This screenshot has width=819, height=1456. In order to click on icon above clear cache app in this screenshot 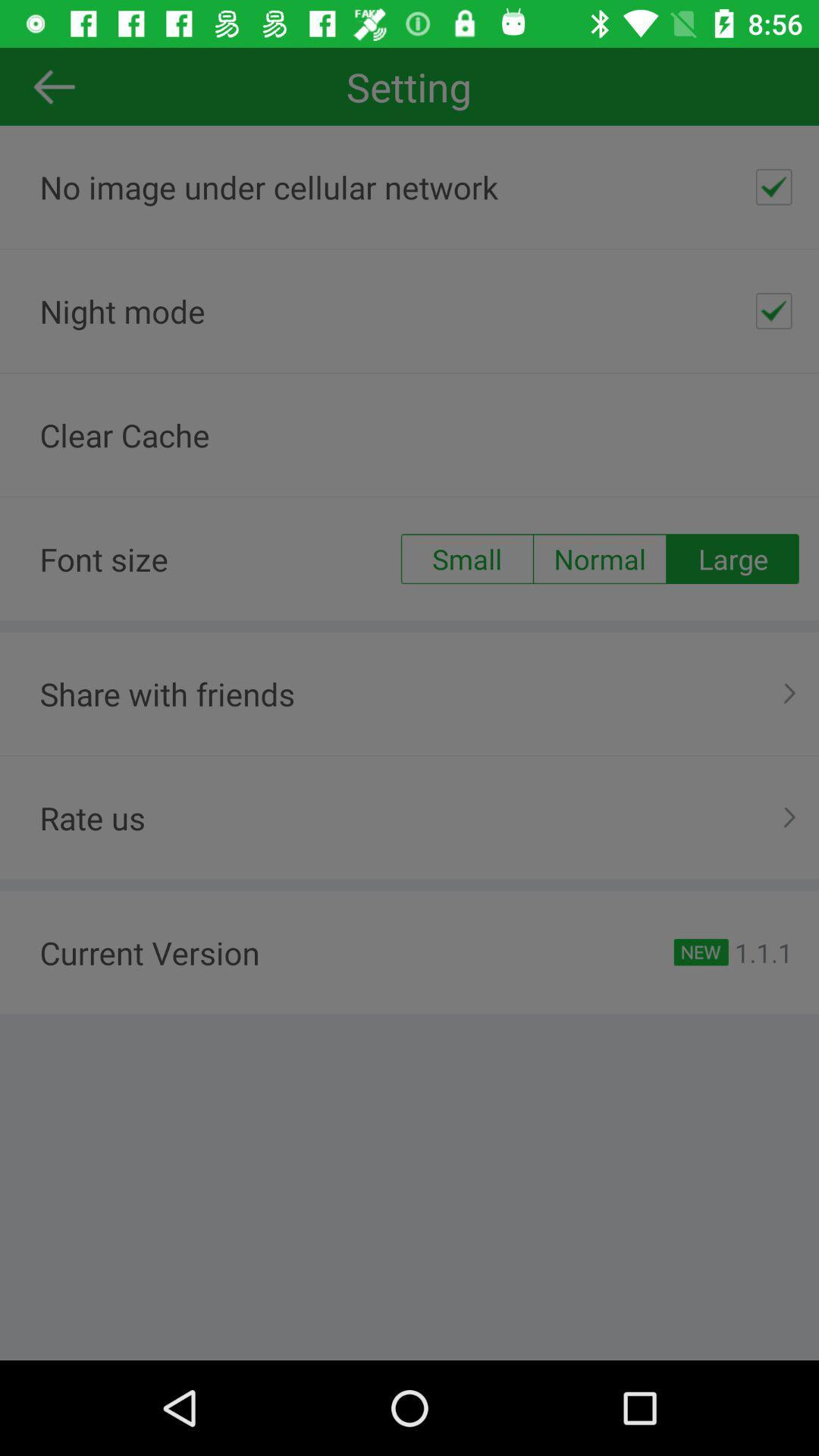, I will do `click(773, 310)`.